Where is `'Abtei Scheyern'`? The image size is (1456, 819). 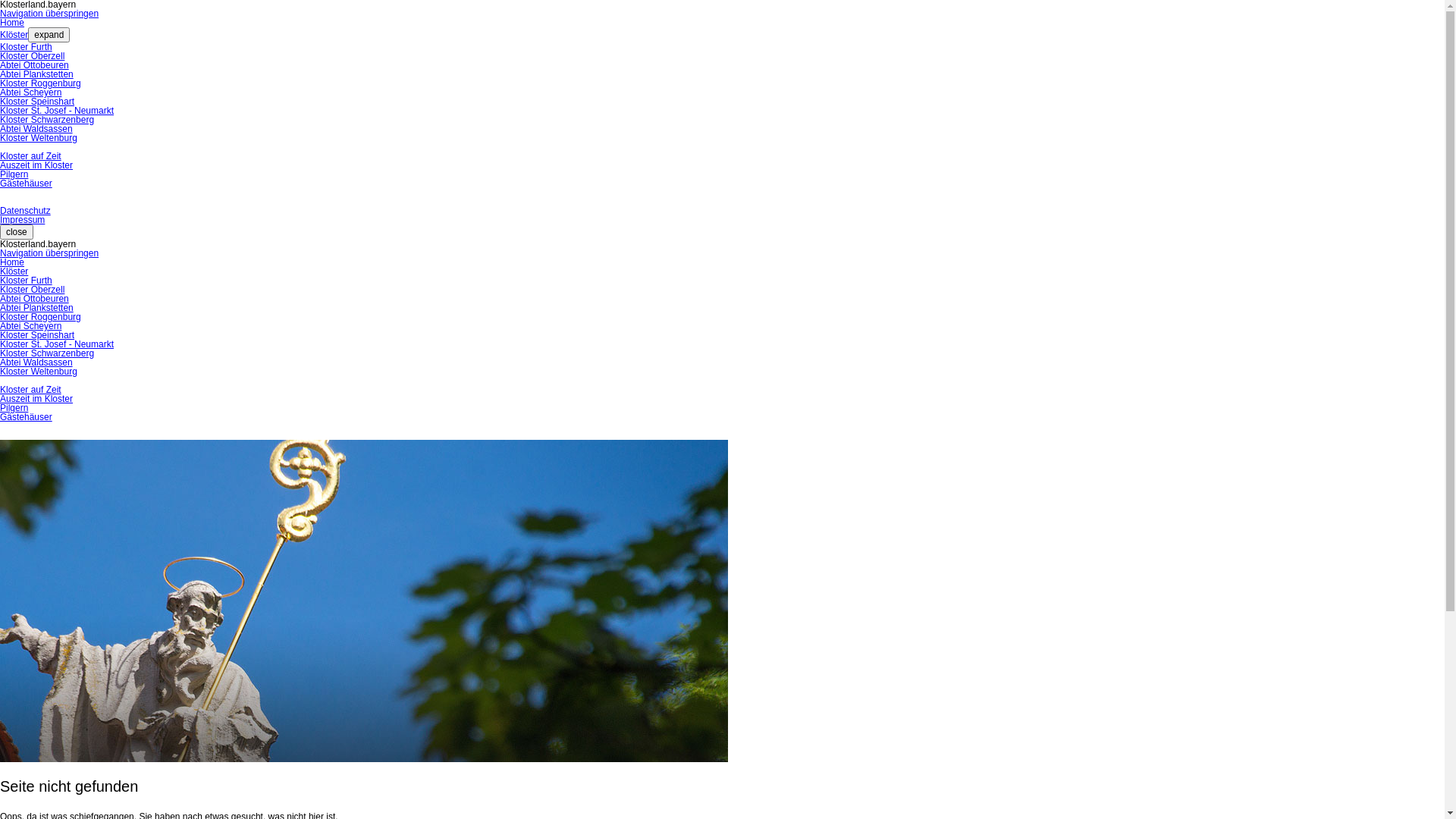
'Abtei Scheyern' is located at coordinates (0, 325).